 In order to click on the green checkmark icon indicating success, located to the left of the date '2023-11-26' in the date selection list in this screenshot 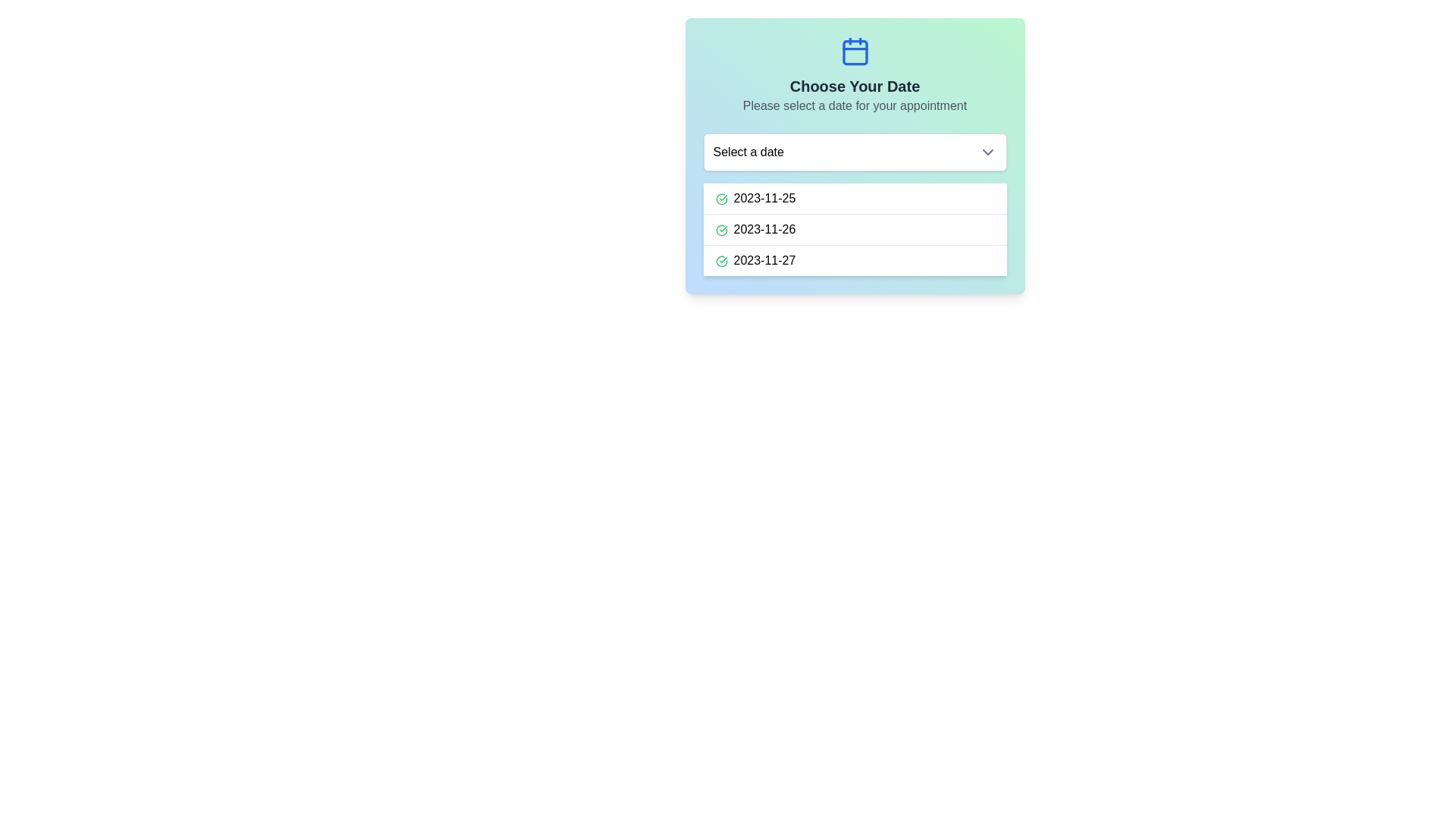, I will do `click(720, 230)`.